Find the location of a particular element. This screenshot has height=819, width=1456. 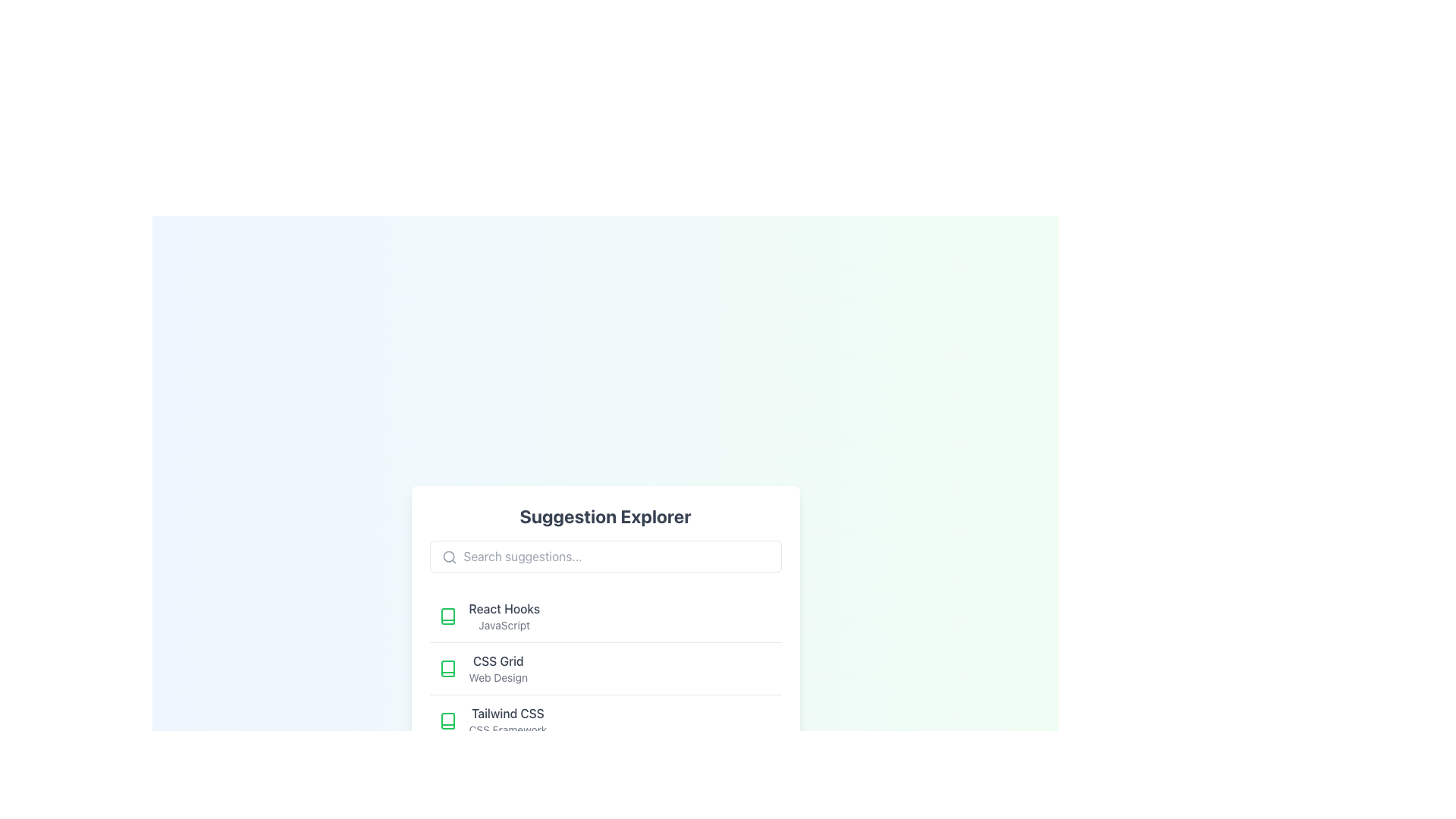

the green book icon that is positioned to the left of the text 'React Hooks' inside its list item is located at coordinates (447, 617).